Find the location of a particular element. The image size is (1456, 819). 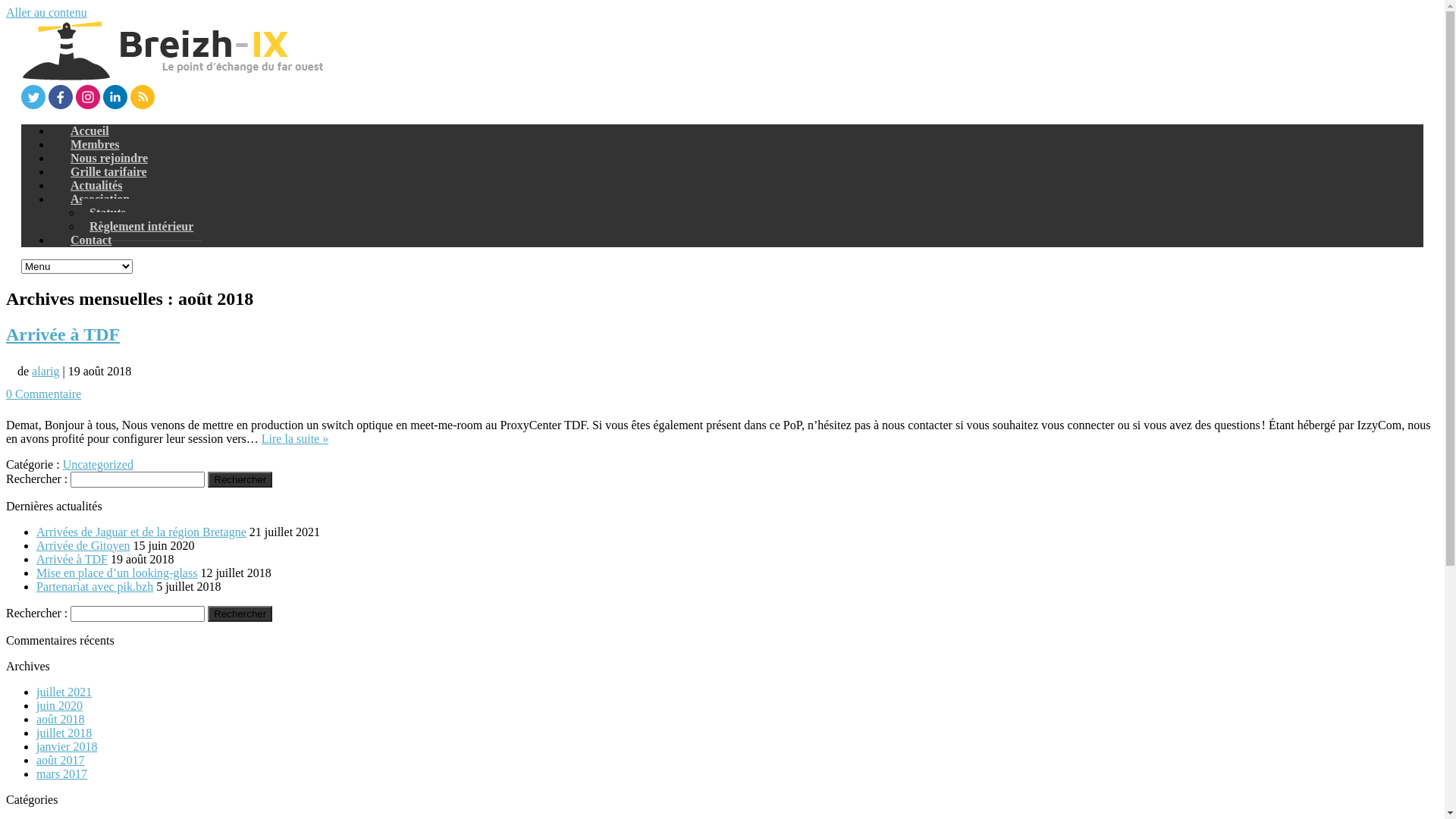

'alarig' is located at coordinates (45, 371).